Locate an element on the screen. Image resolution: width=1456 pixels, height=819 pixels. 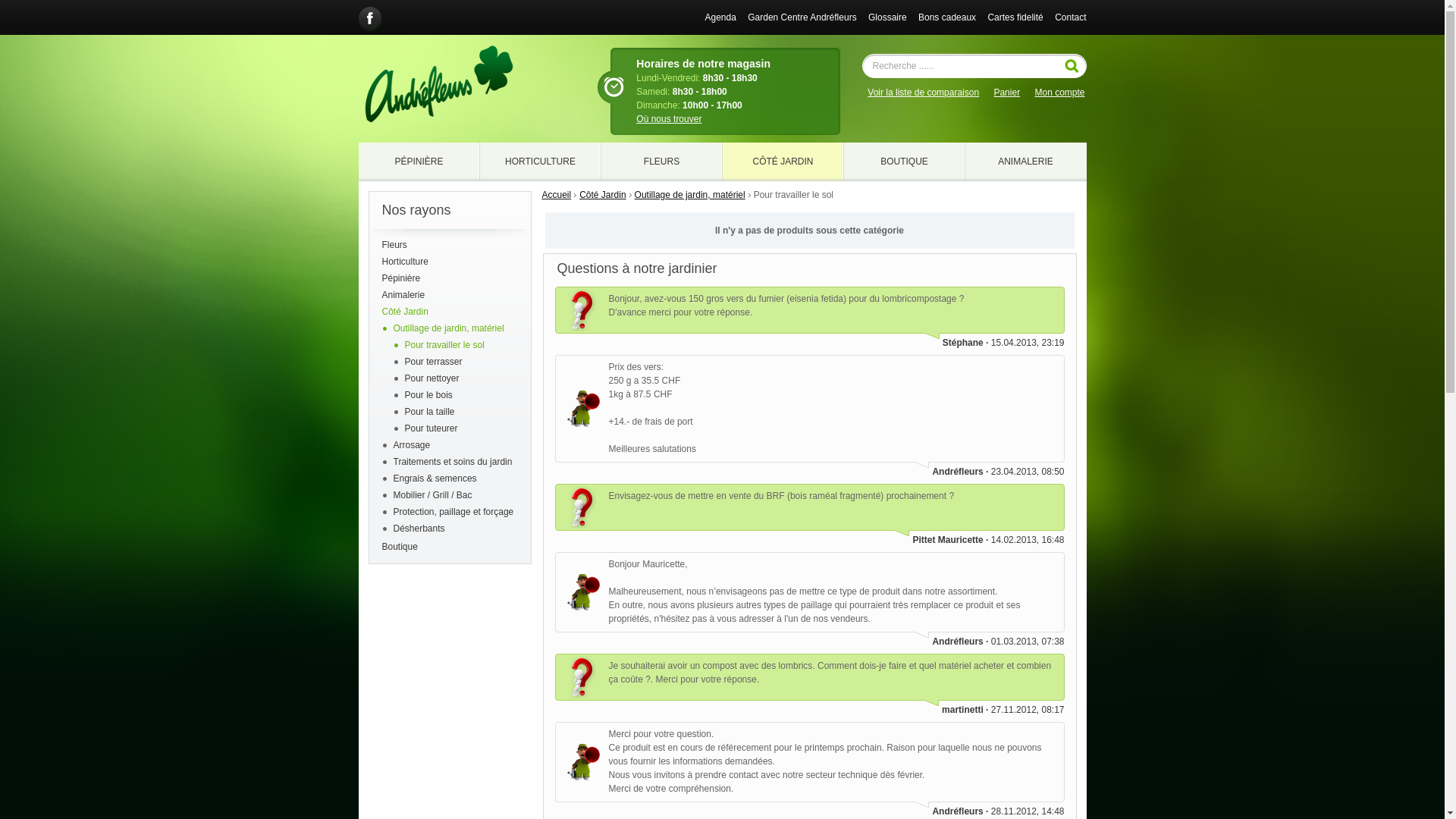
'Voir la liste de comparaison' is located at coordinates (922, 93).